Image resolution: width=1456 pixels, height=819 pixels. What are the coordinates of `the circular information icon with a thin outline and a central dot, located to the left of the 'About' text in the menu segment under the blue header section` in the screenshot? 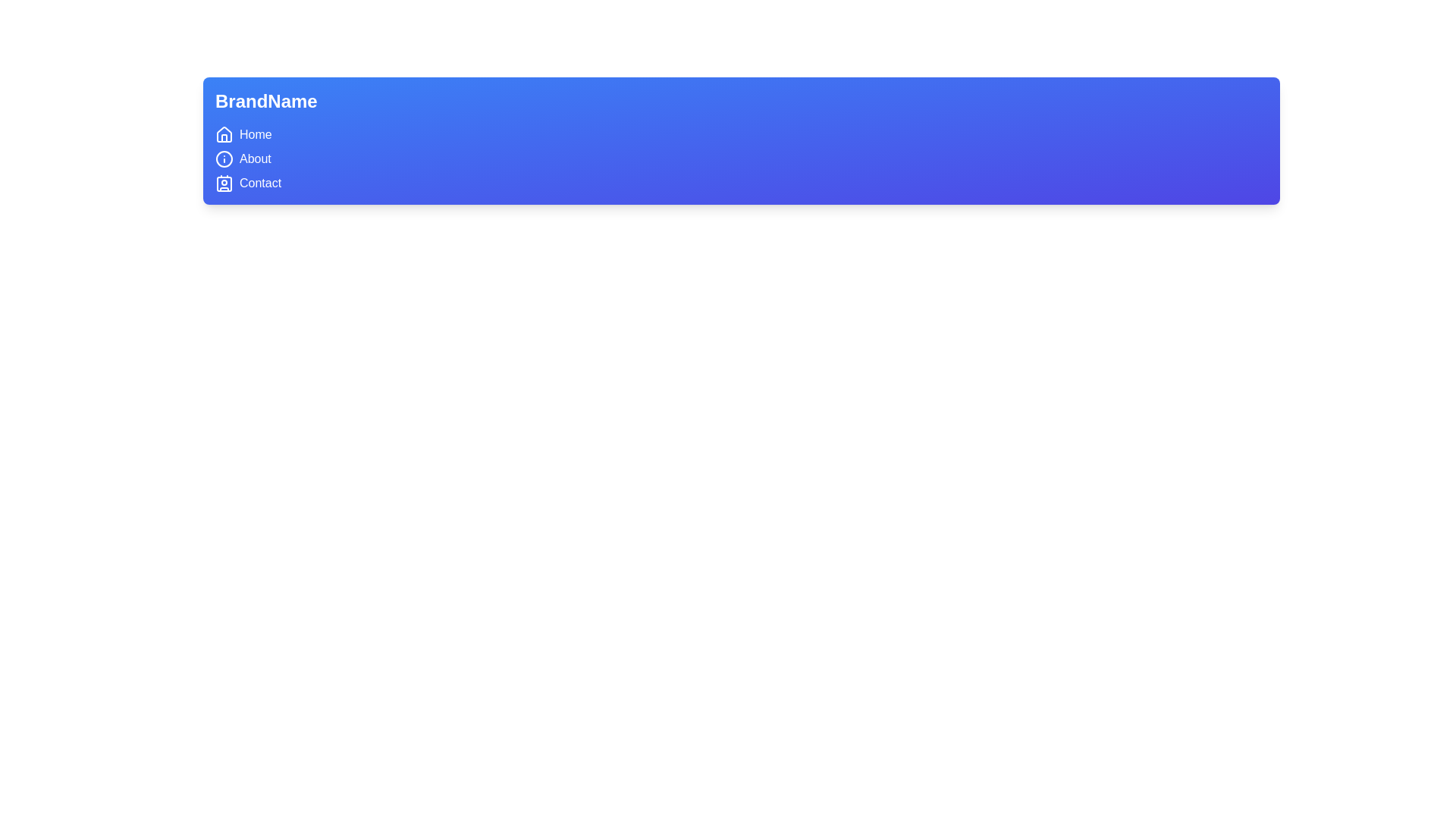 It's located at (224, 158).